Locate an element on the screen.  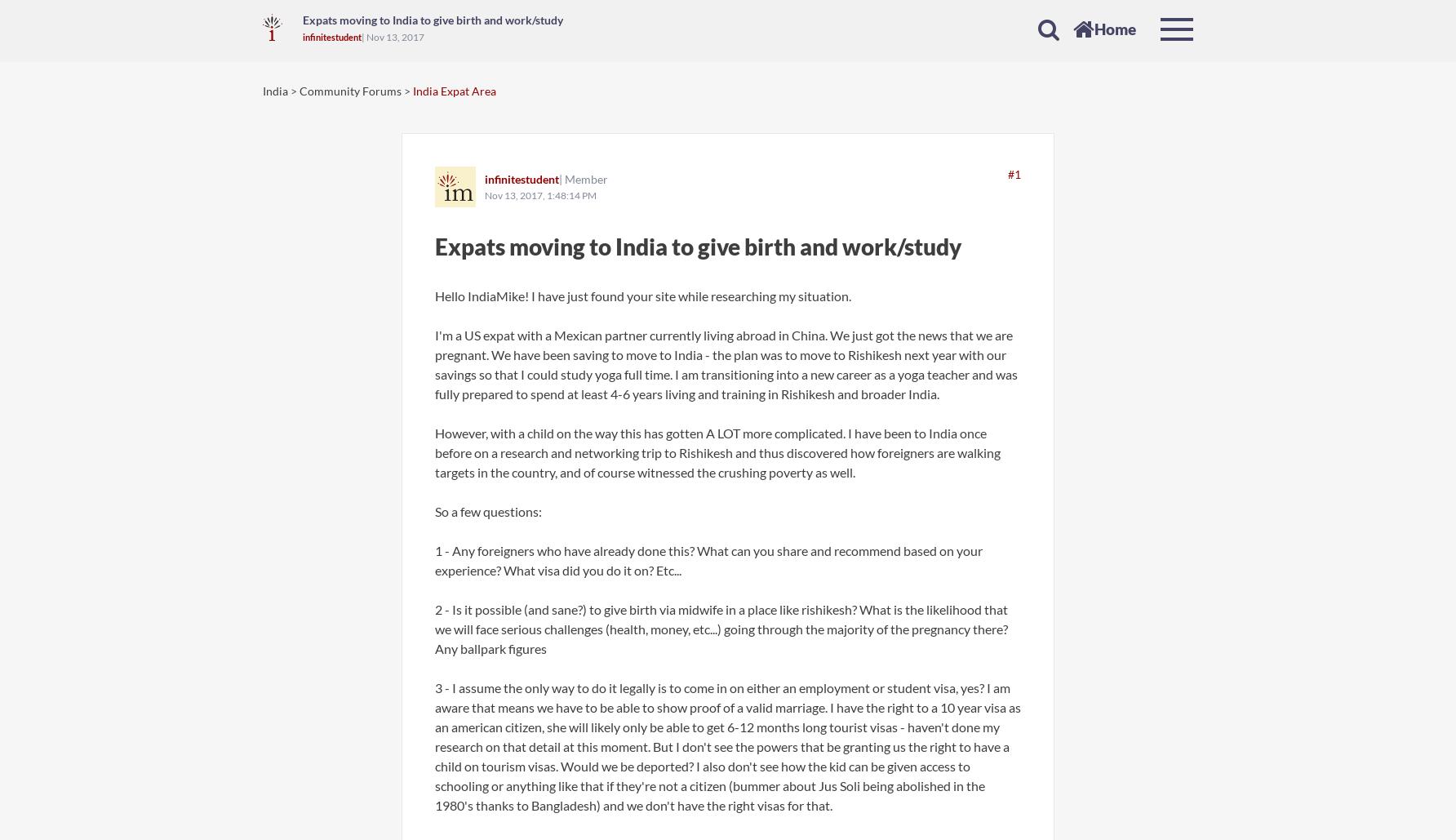
'Community Forums' is located at coordinates (351, 90).